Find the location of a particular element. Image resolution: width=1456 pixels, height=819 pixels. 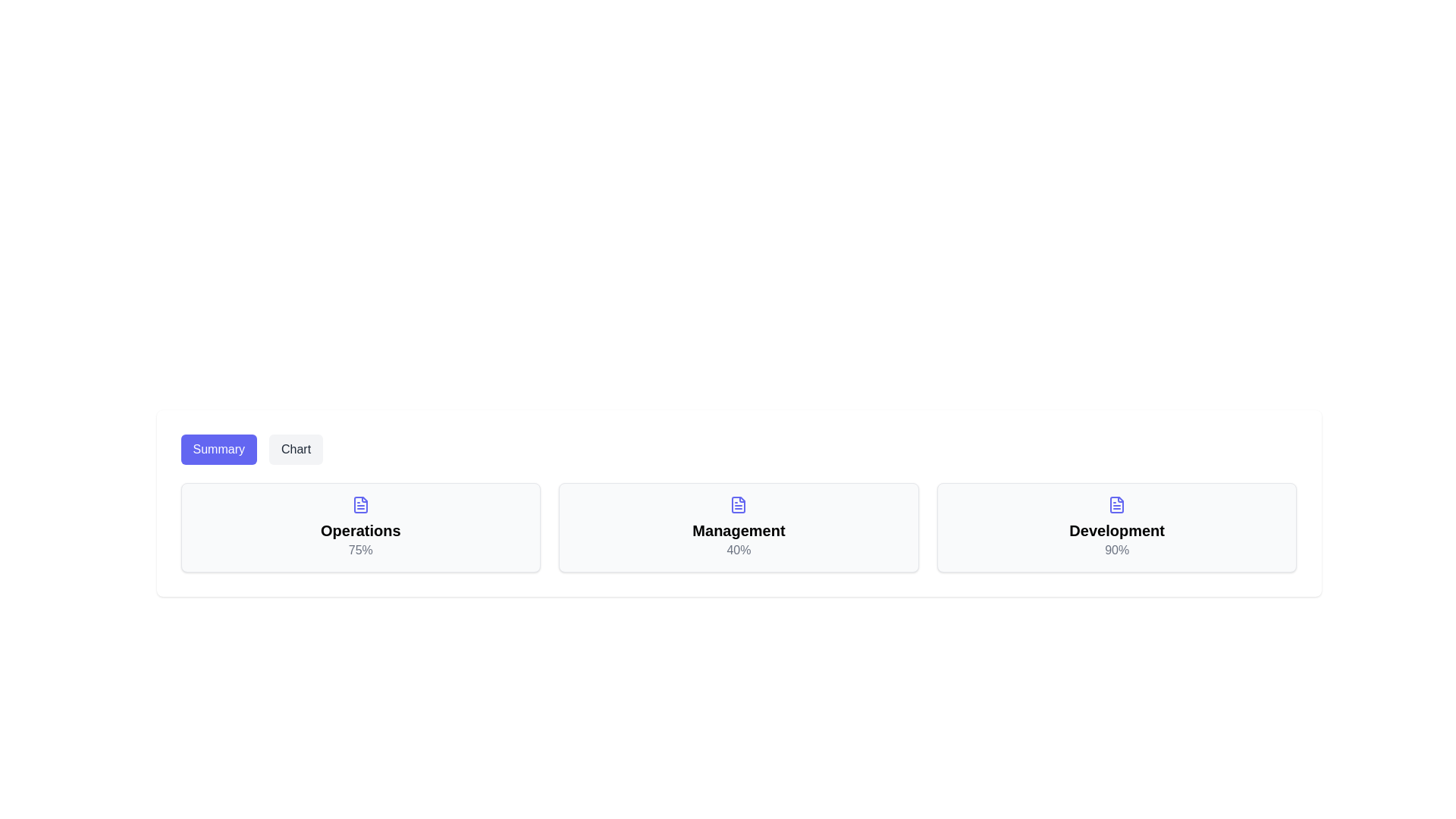

the 'Operations' label located in the first column of three cards, situated above the text '75%' and below a small file icon is located at coordinates (359, 529).